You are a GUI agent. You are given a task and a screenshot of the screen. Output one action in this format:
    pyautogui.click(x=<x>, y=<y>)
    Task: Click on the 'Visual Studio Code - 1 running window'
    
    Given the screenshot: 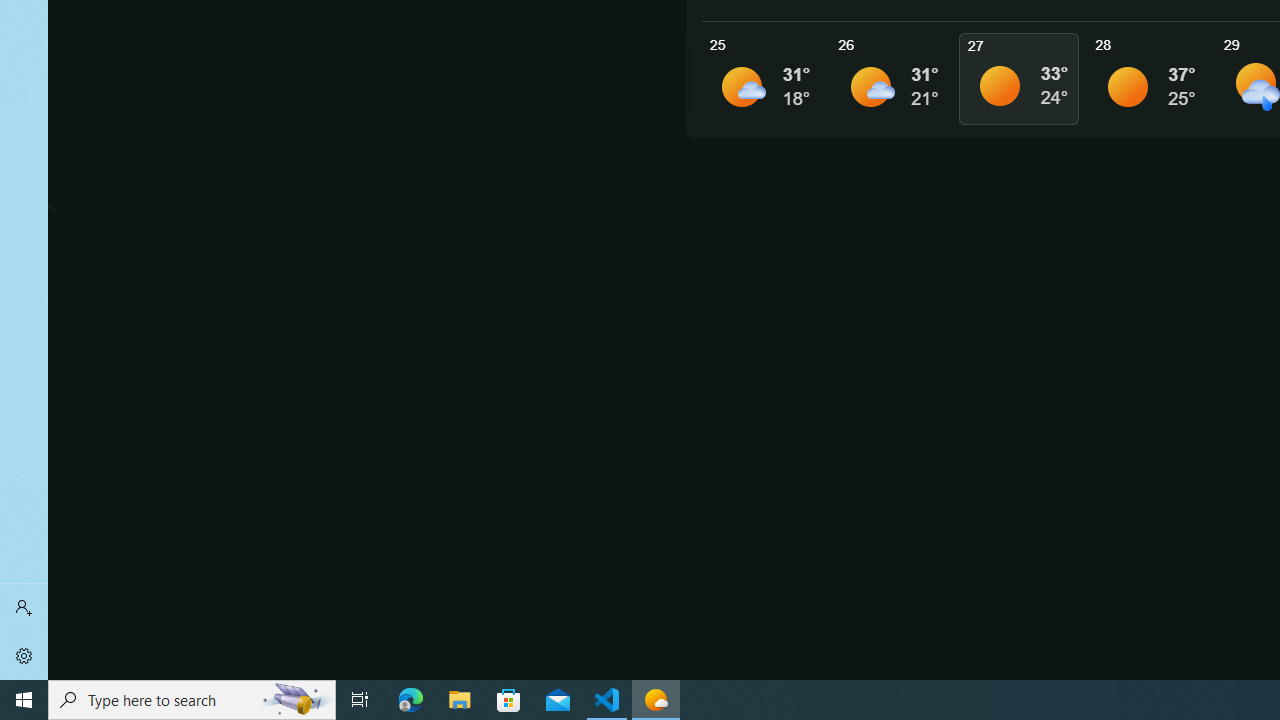 What is the action you would take?
    pyautogui.click(x=606, y=698)
    